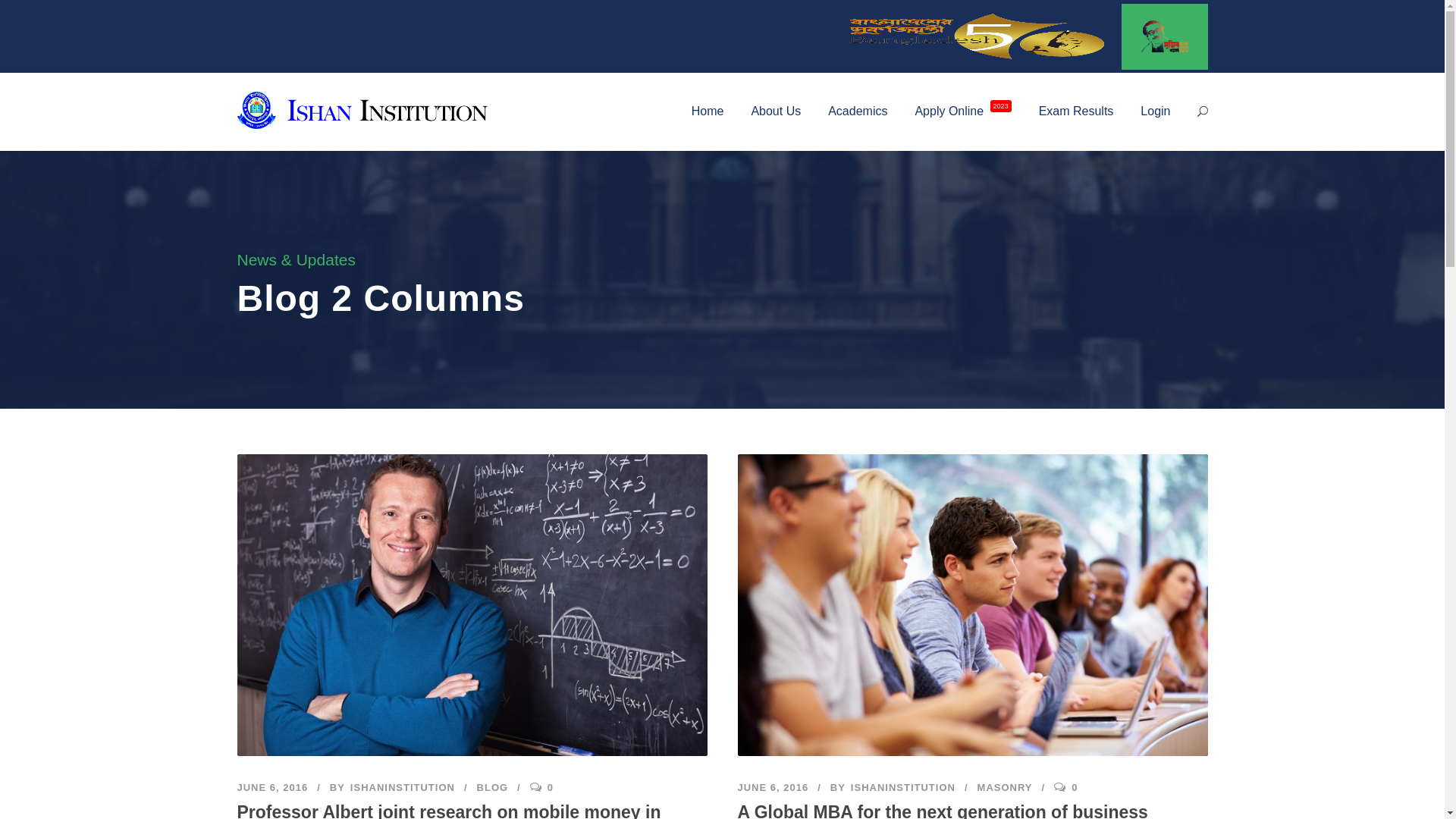  What do you see at coordinates (403, 786) in the screenshot?
I see `'ISHANINSTITUTION'` at bounding box center [403, 786].